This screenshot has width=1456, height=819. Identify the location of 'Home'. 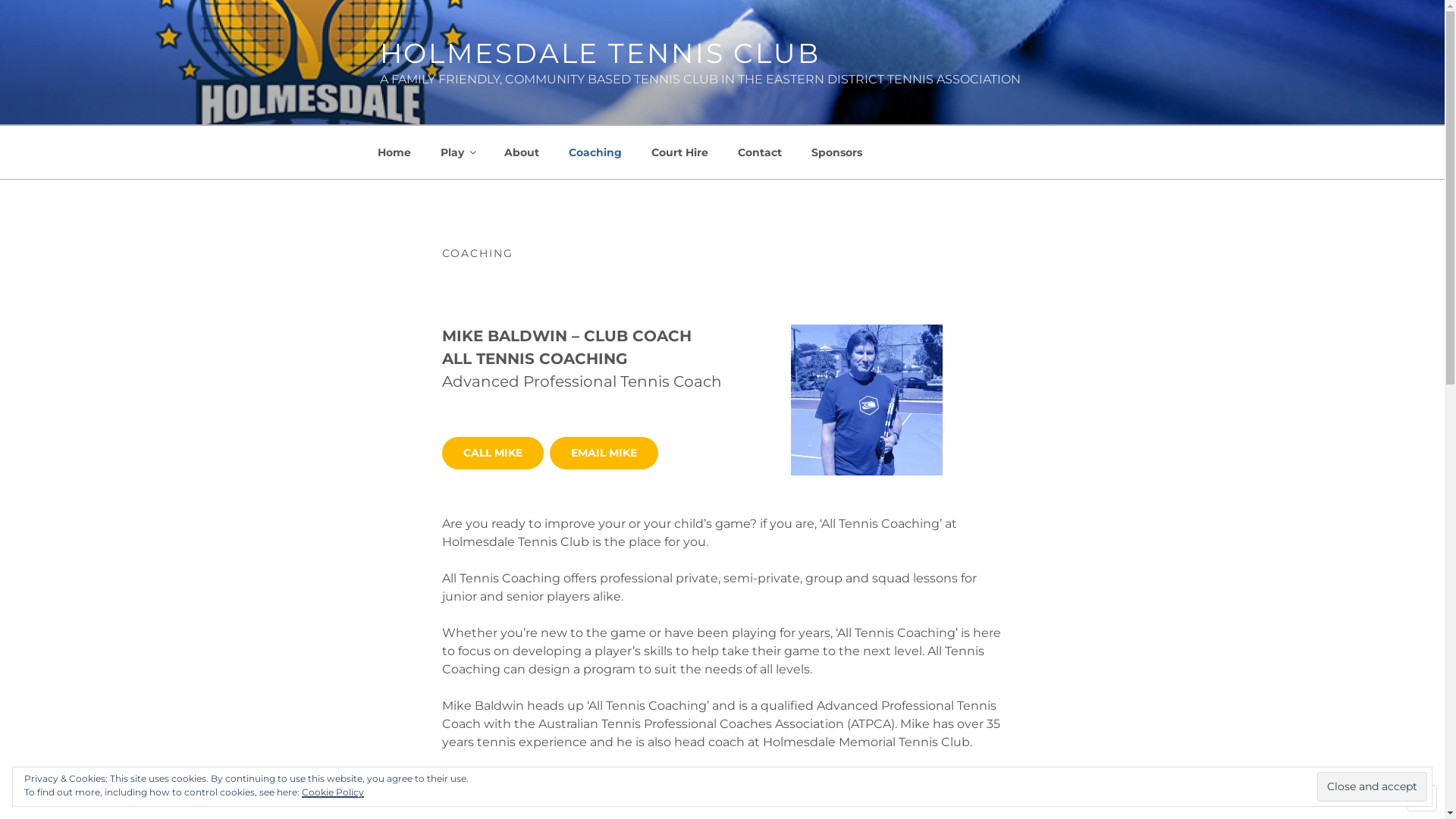
(364, 152).